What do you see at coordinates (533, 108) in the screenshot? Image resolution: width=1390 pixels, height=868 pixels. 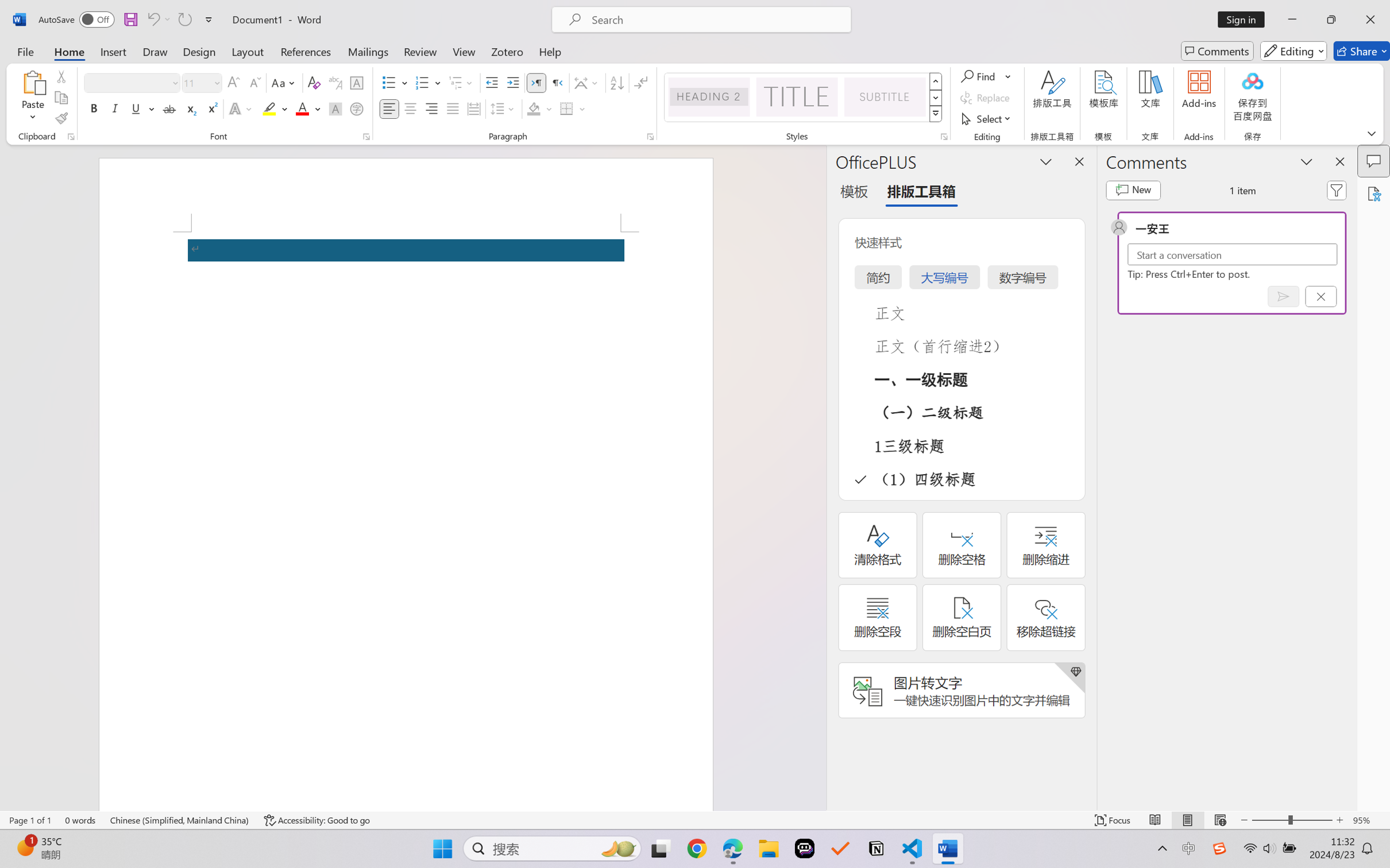 I see `'Shading No Color'` at bounding box center [533, 108].